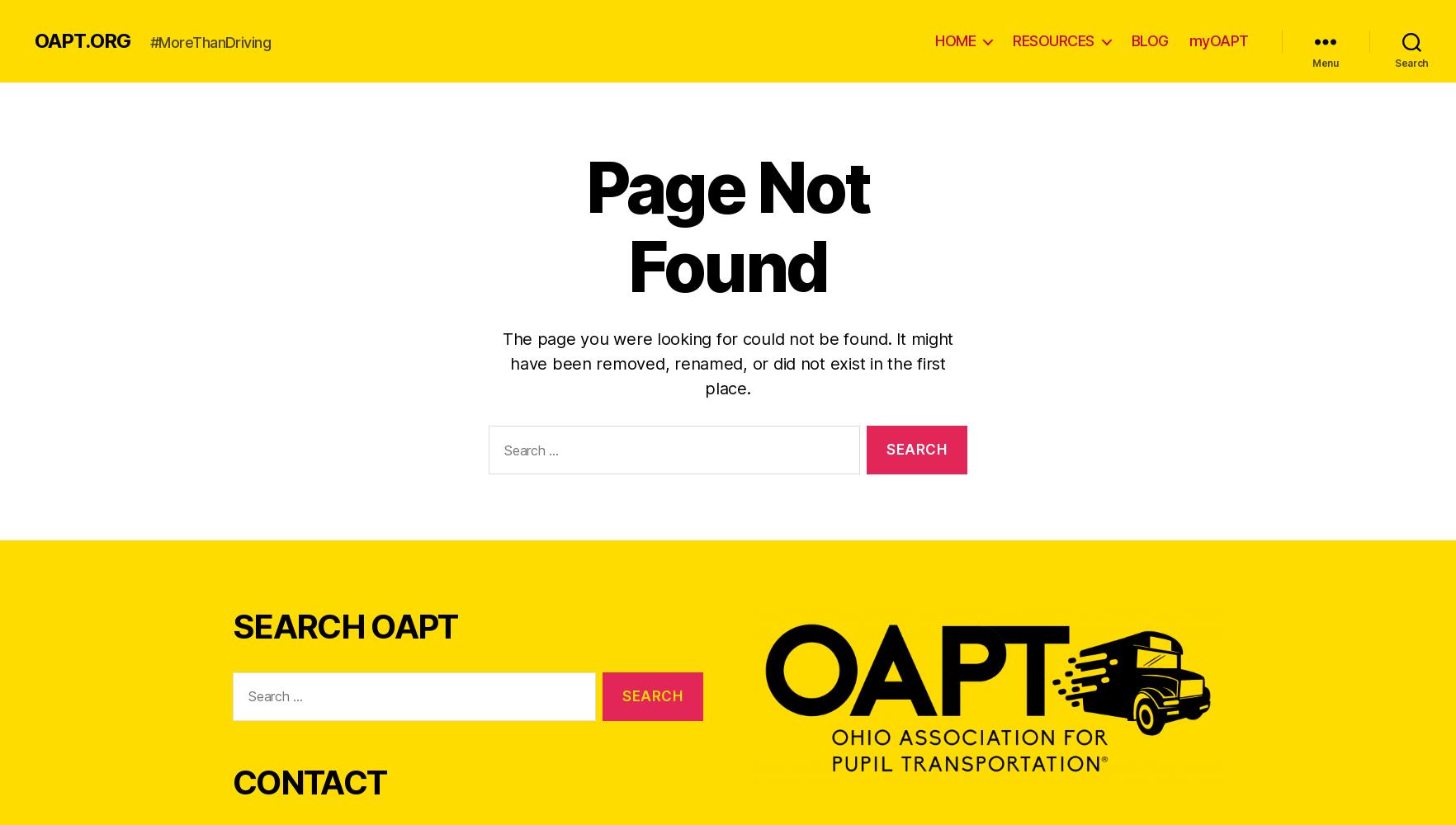  What do you see at coordinates (1411, 62) in the screenshot?
I see `'Search'` at bounding box center [1411, 62].